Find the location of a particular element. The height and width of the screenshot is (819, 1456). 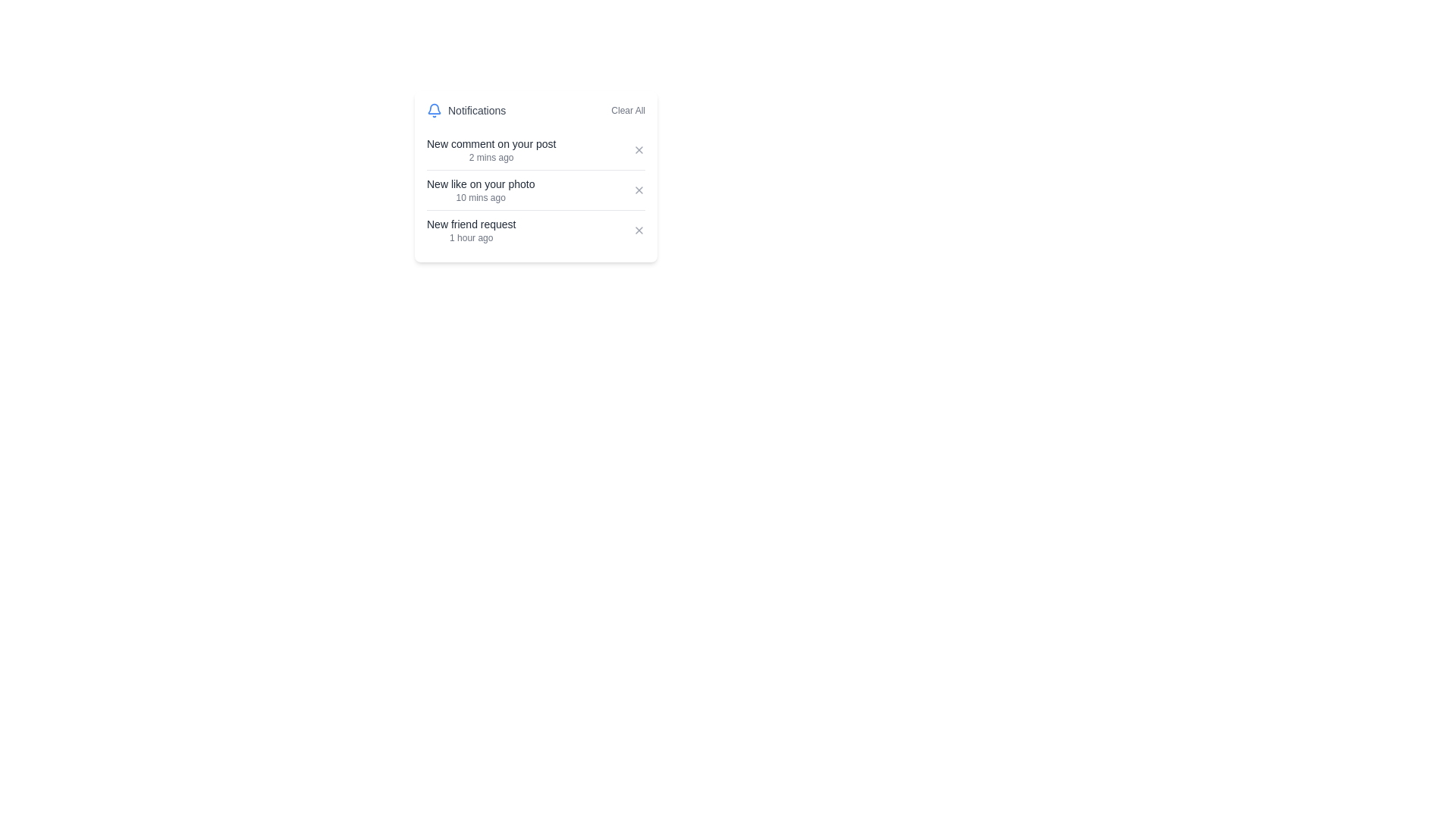

the notification item that informs the user about a new friend request, located between the second notification titled 'New like on your photo' and an 'X' icon for clearing the notification is located at coordinates (470, 231).